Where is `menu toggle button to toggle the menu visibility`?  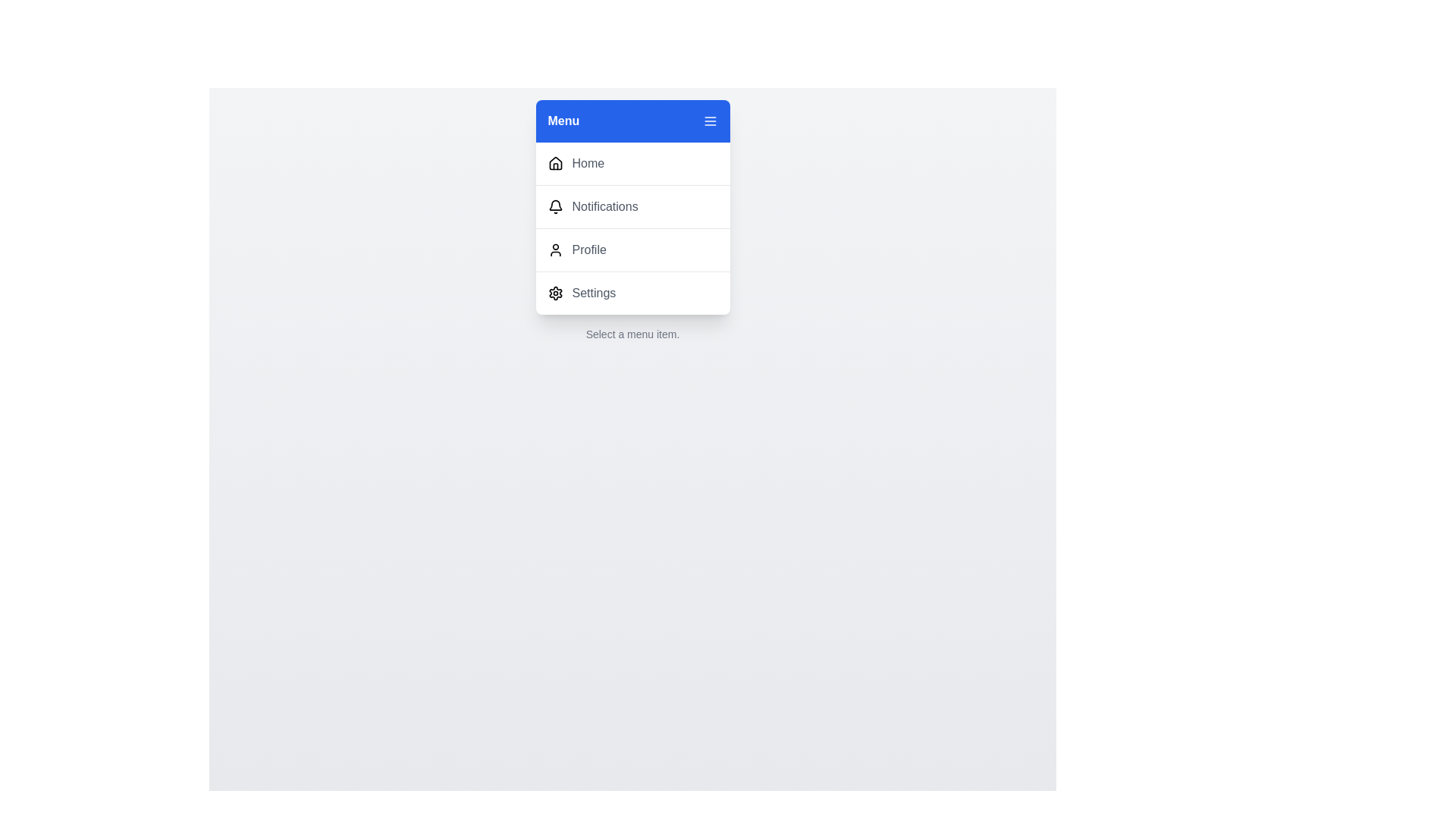
menu toggle button to toggle the menu visibility is located at coordinates (709, 120).